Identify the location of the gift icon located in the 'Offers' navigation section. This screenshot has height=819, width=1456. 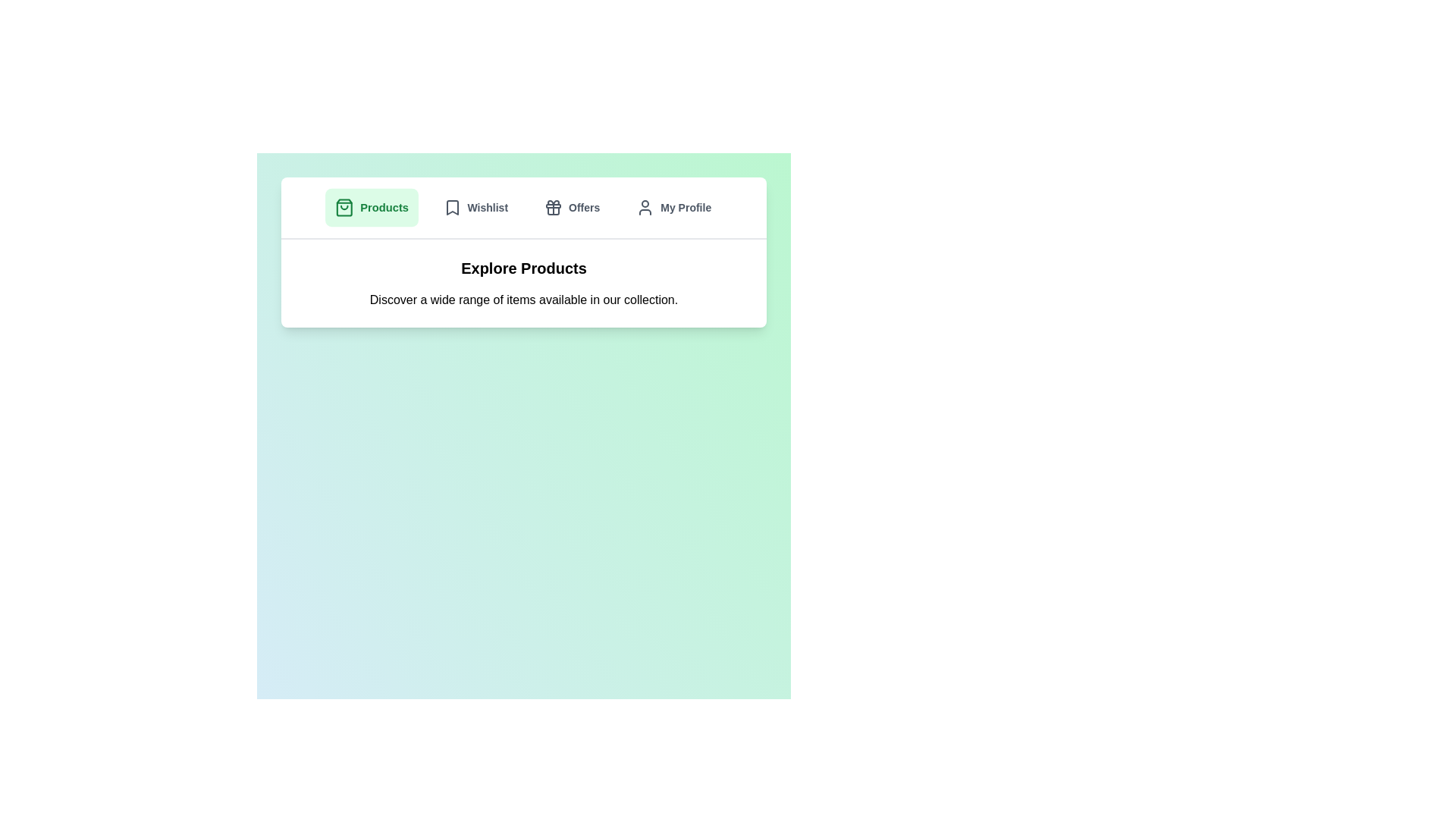
(552, 207).